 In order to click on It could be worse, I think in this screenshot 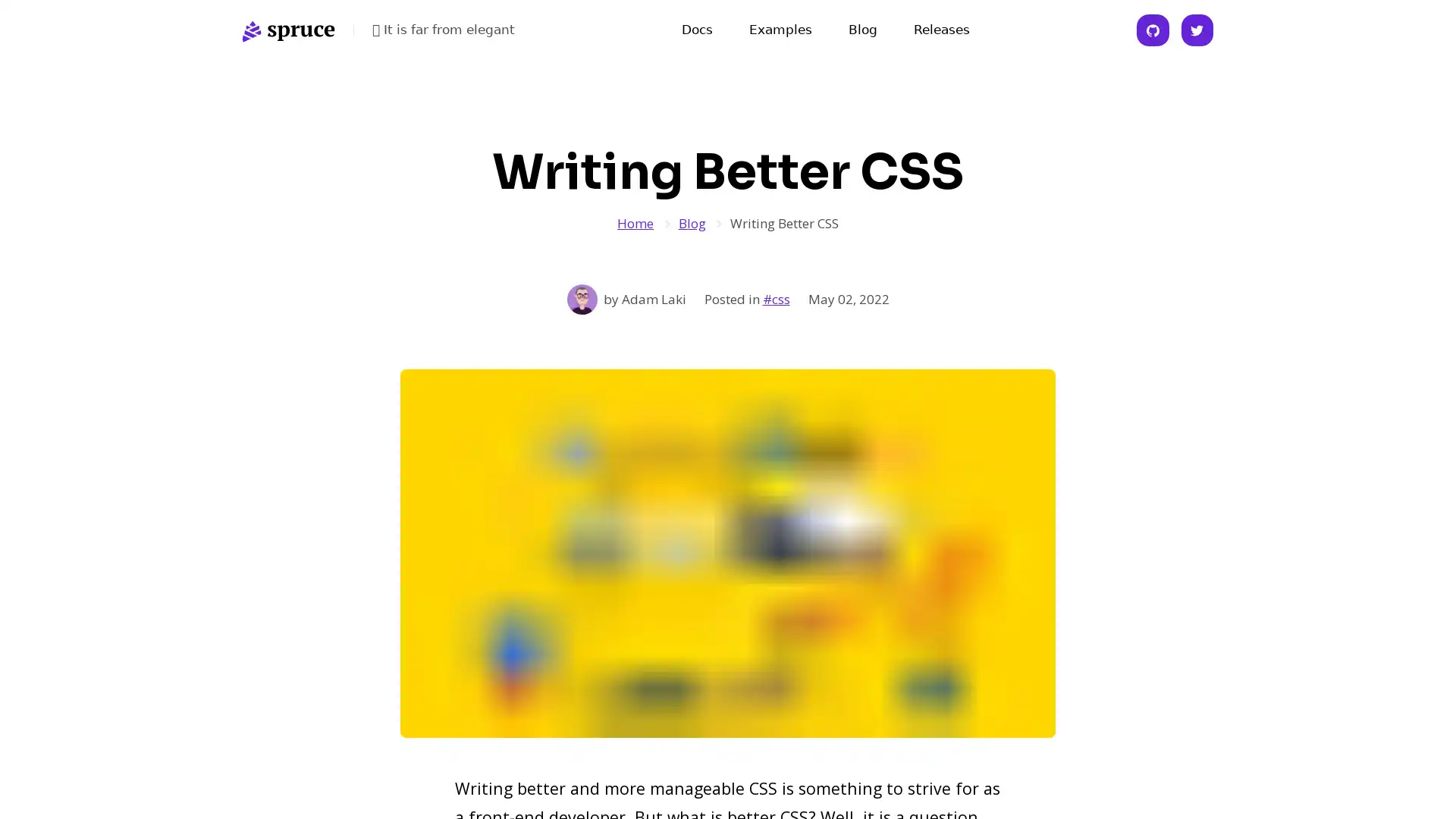, I will do `click(447, 30)`.